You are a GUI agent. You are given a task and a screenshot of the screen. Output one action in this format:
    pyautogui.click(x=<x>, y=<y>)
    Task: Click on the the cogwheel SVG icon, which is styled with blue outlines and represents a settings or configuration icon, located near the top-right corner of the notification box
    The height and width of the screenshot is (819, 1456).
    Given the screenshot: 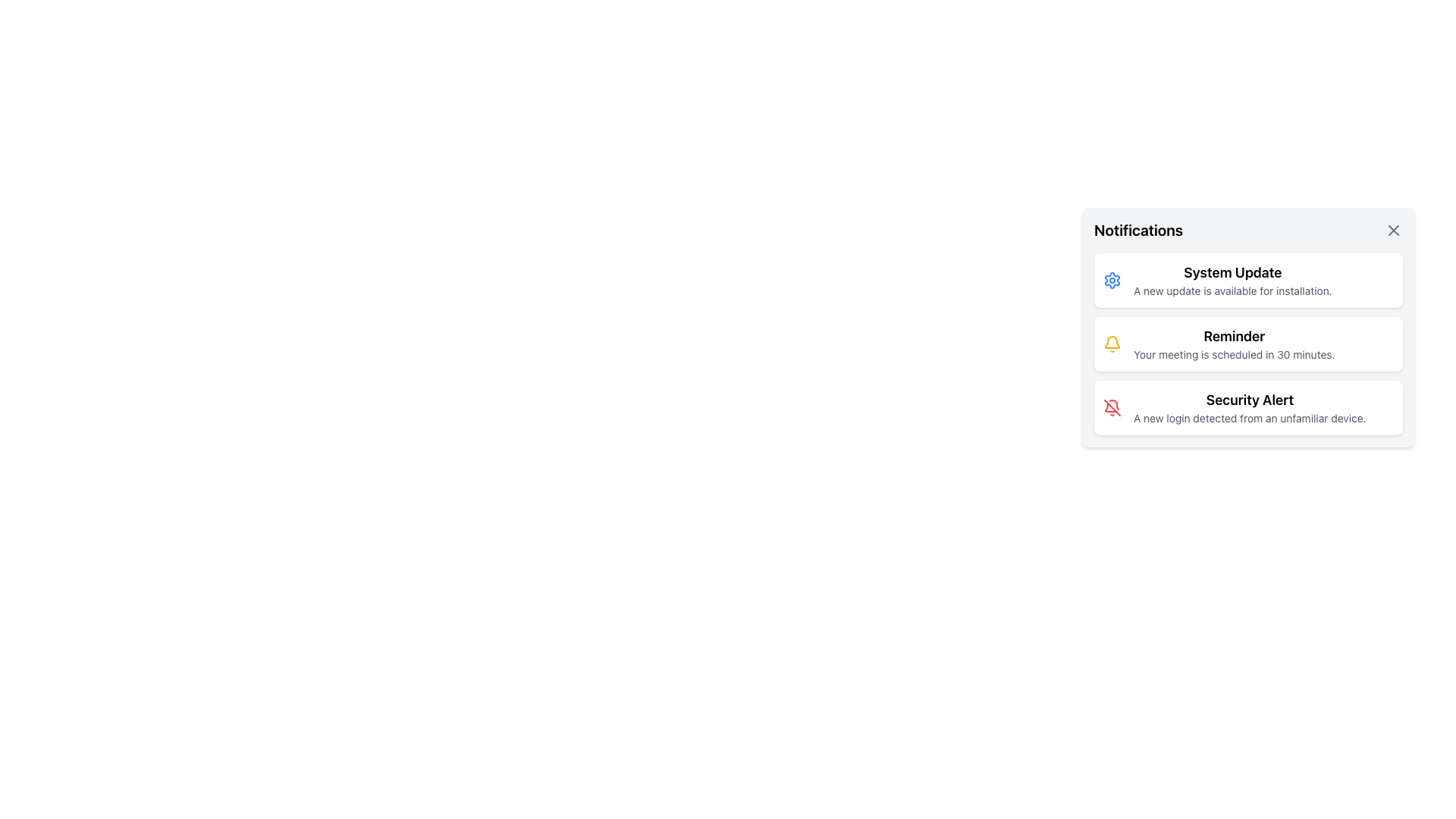 What is the action you would take?
    pyautogui.click(x=1112, y=281)
    